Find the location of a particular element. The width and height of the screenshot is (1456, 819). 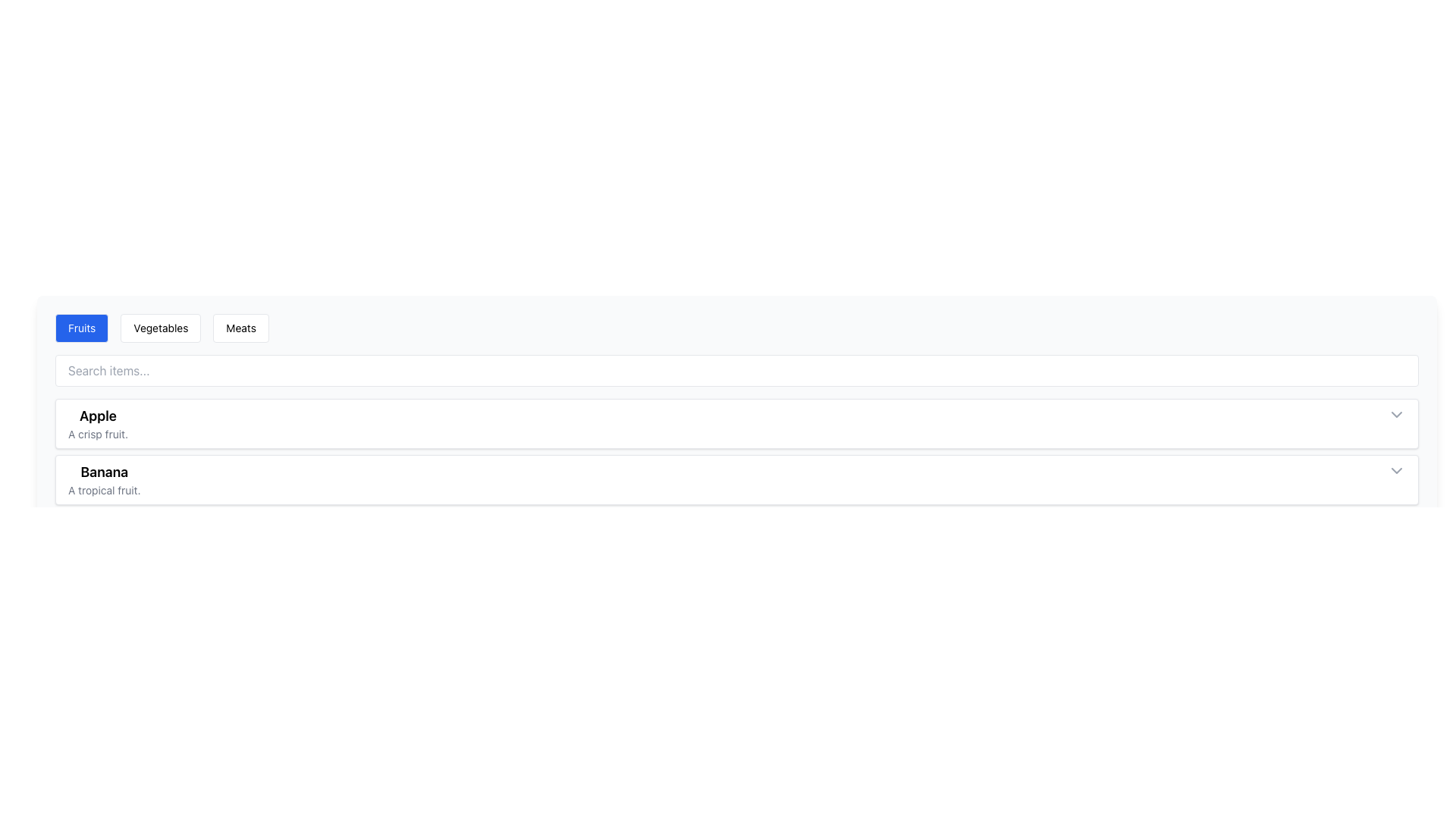

the search input field located below the buttons labeled 'Fruits', 'Vegetables', 'Meats' to focus on it is located at coordinates (736, 371).